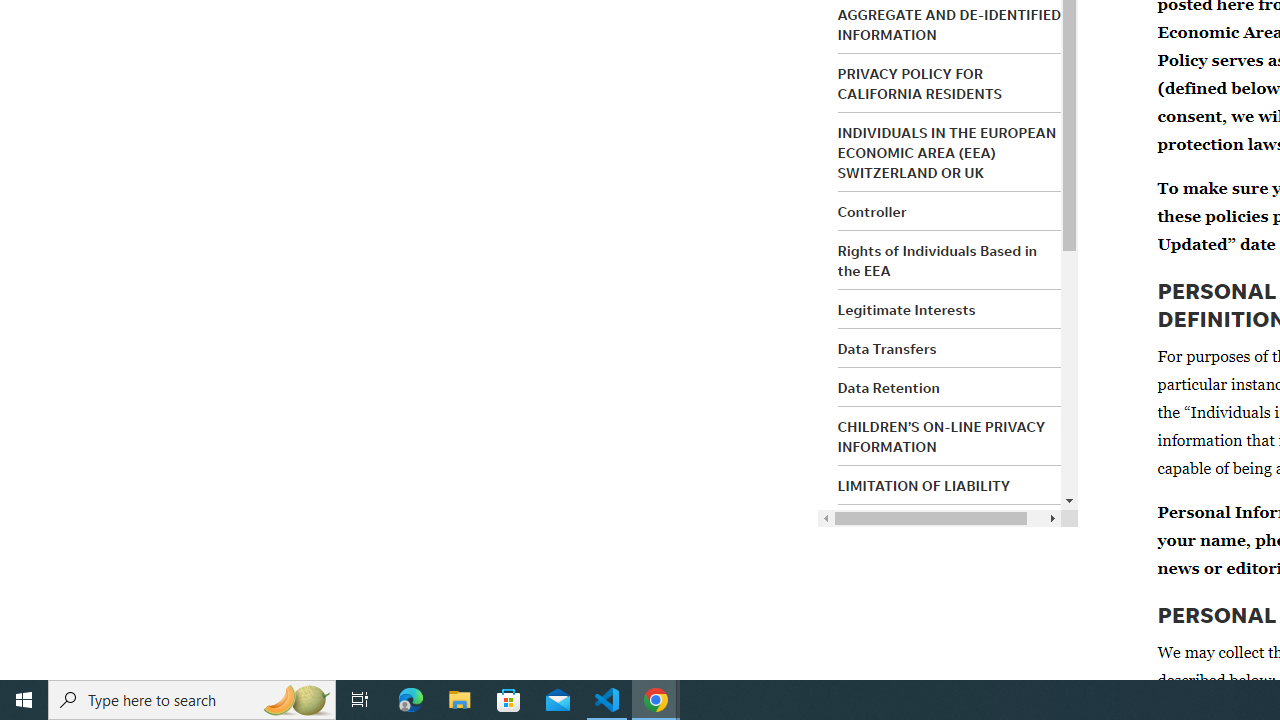  Describe the element at coordinates (905, 309) in the screenshot. I see `'Legitimate Interests'` at that location.